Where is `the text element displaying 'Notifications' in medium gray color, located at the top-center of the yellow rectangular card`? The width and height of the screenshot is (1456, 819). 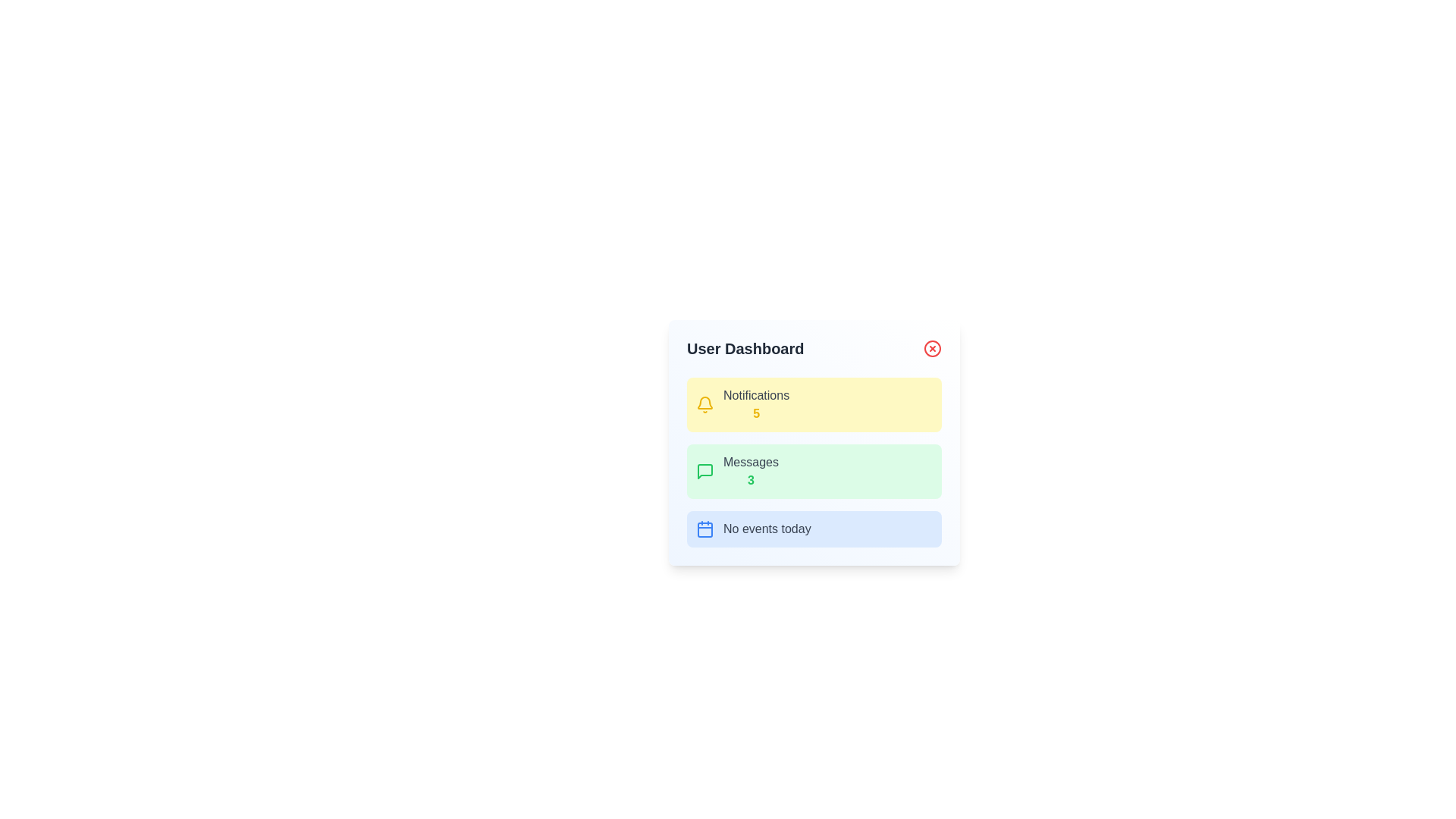
the text element displaying 'Notifications' in medium gray color, located at the top-center of the yellow rectangular card is located at coordinates (756, 394).